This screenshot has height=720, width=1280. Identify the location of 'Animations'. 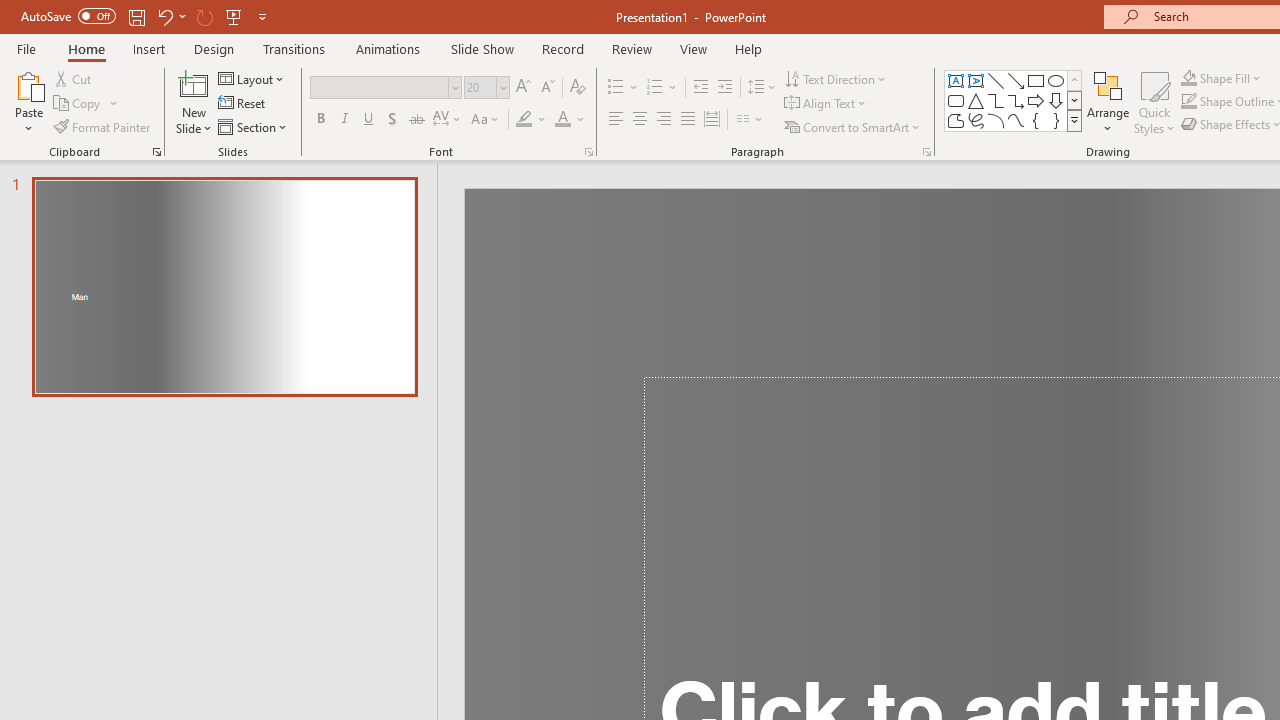
(388, 48).